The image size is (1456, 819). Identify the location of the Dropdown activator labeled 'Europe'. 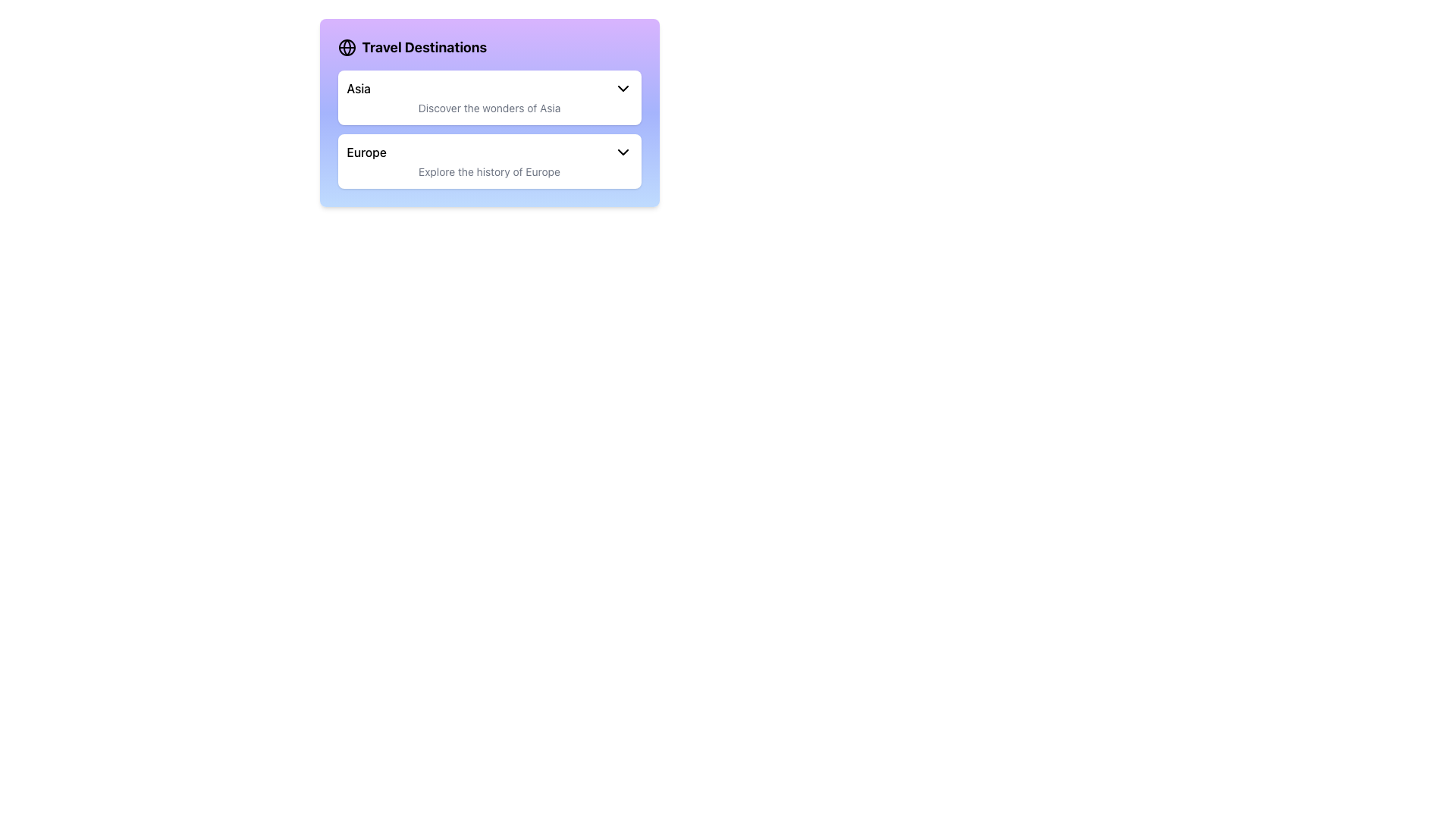
(489, 152).